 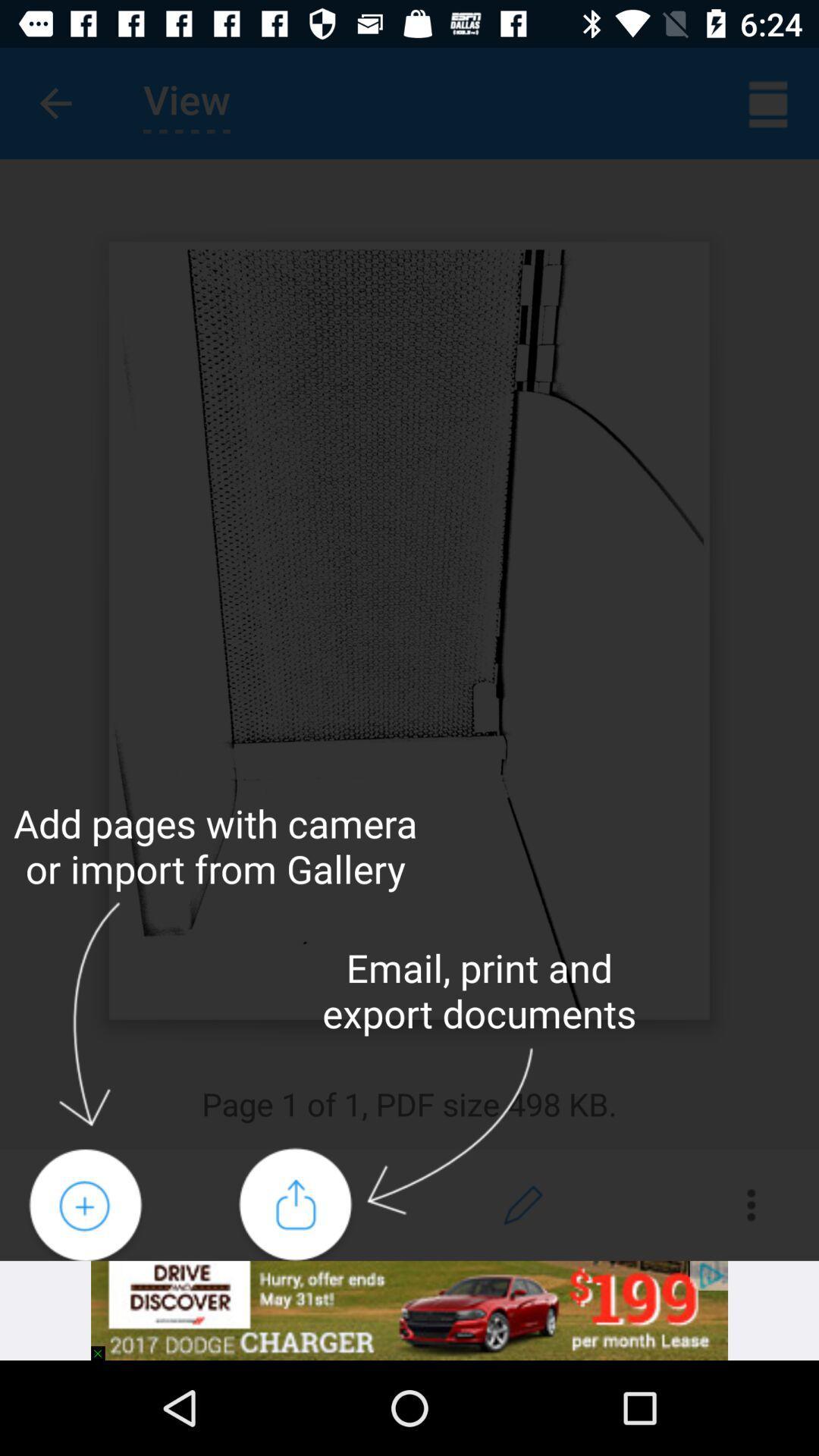 What do you see at coordinates (295, 1204) in the screenshot?
I see `the share icon` at bounding box center [295, 1204].